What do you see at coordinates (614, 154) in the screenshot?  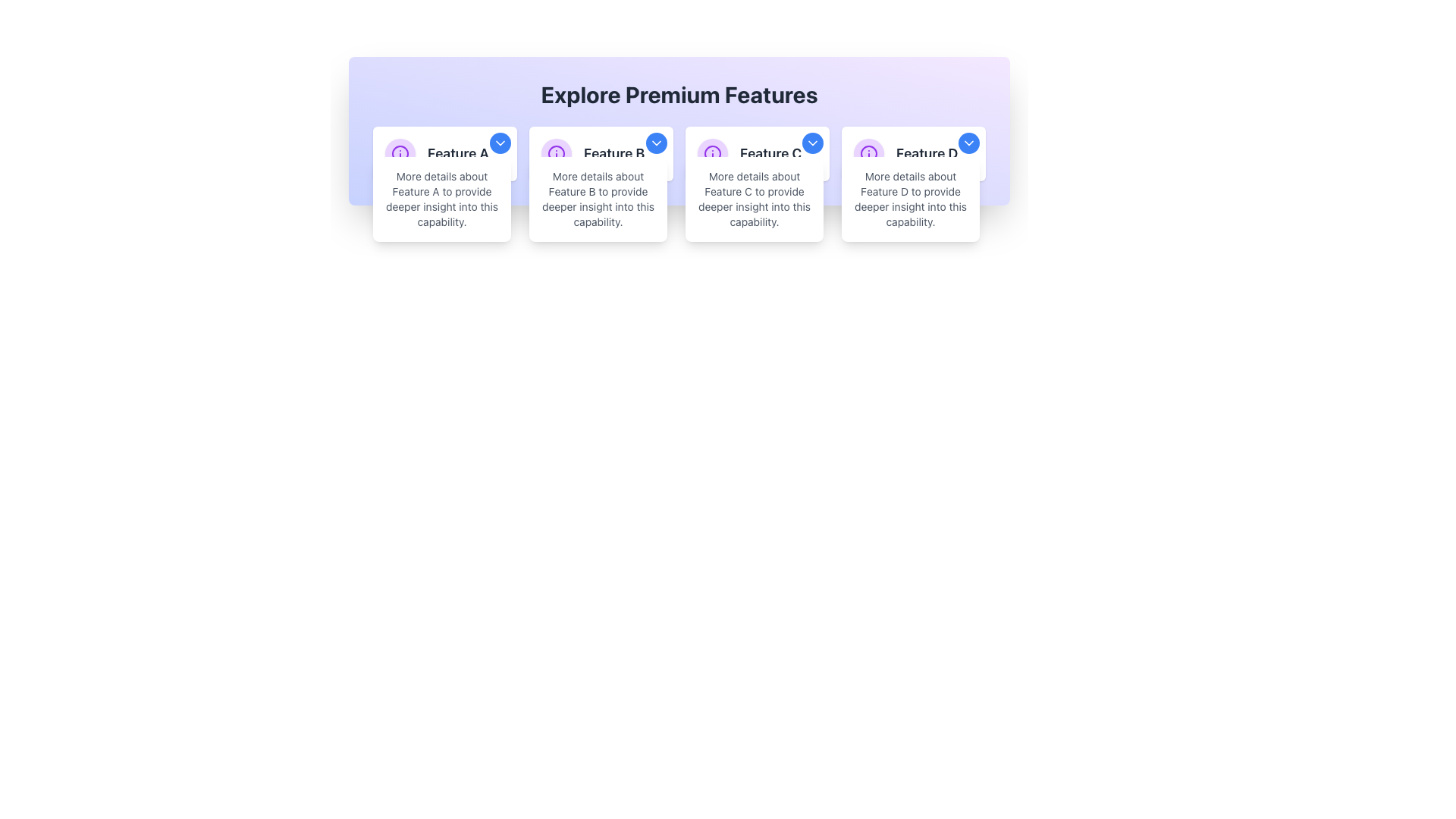 I see `the text label 'Feature B', which serves as a header for the feature description card, positioned in the middle of a horizontally aligned list of features under 'Explore Premium Features'` at bounding box center [614, 154].